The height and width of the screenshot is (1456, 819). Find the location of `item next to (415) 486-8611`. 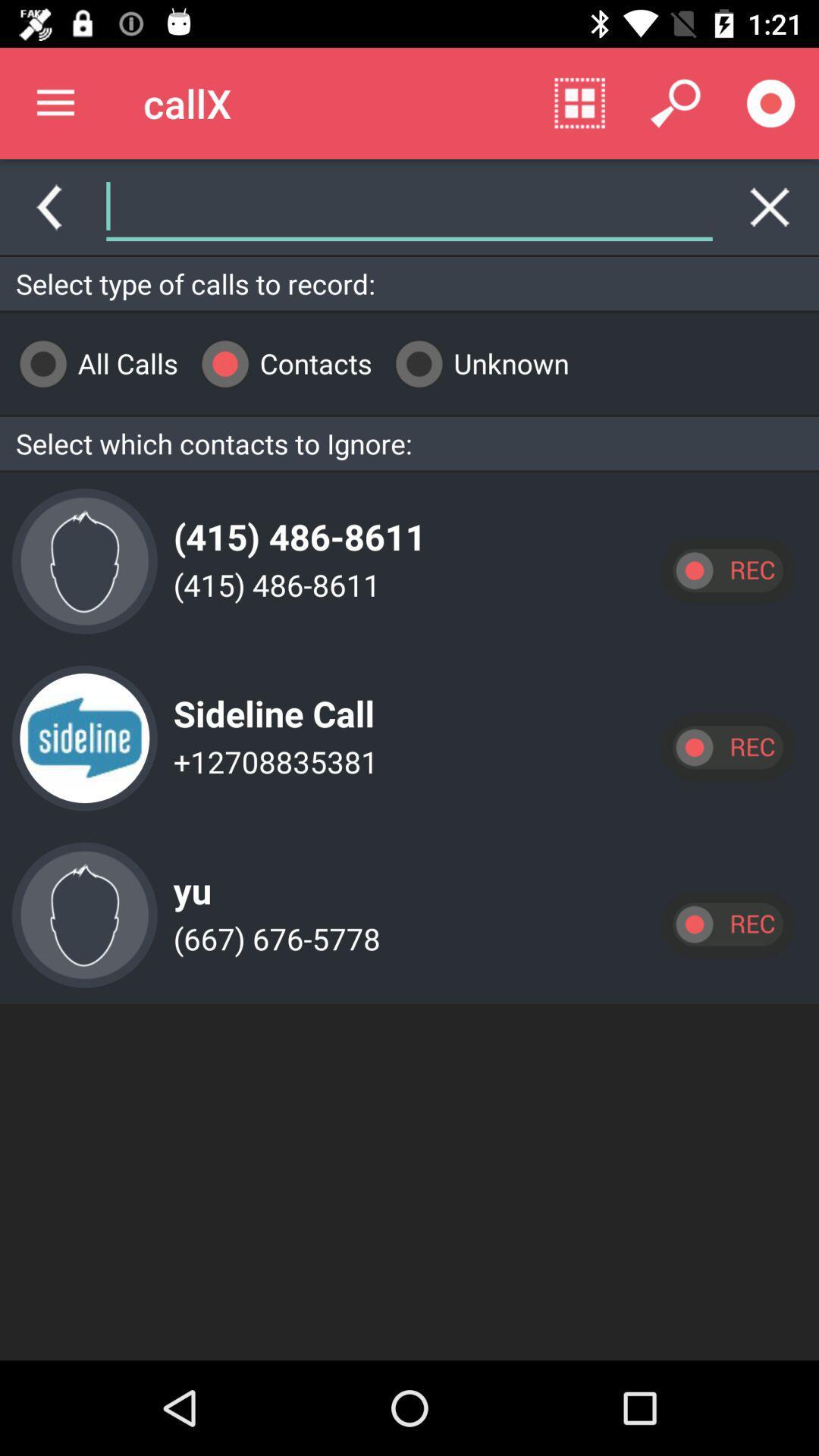

item next to (415) 486-8611 is located at coordinates (84, 560).